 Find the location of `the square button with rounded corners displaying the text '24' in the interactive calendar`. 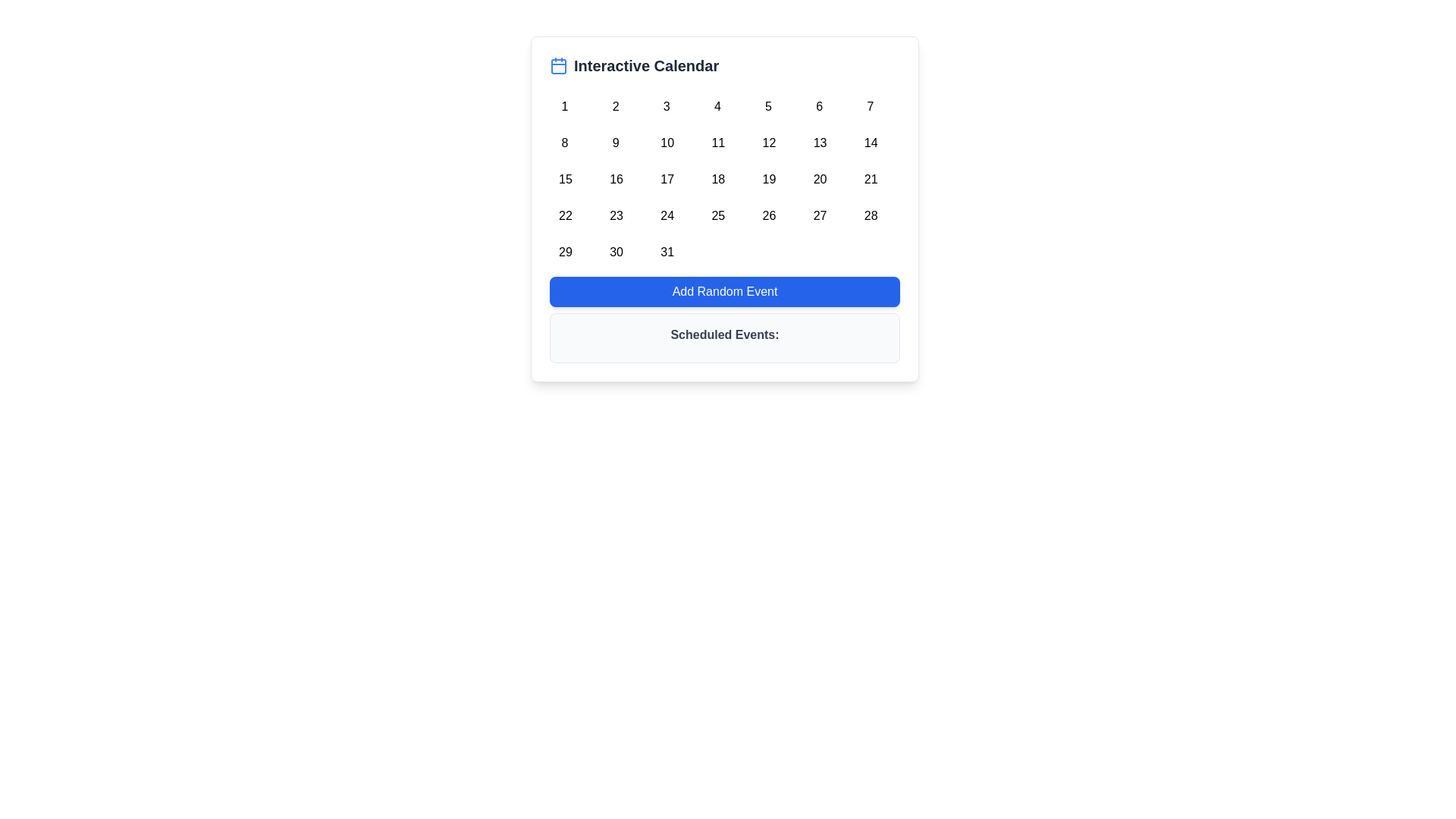

the square button with rounded corners displaying the text '24' in the interactive calendar is located at coordinates (667, 213).